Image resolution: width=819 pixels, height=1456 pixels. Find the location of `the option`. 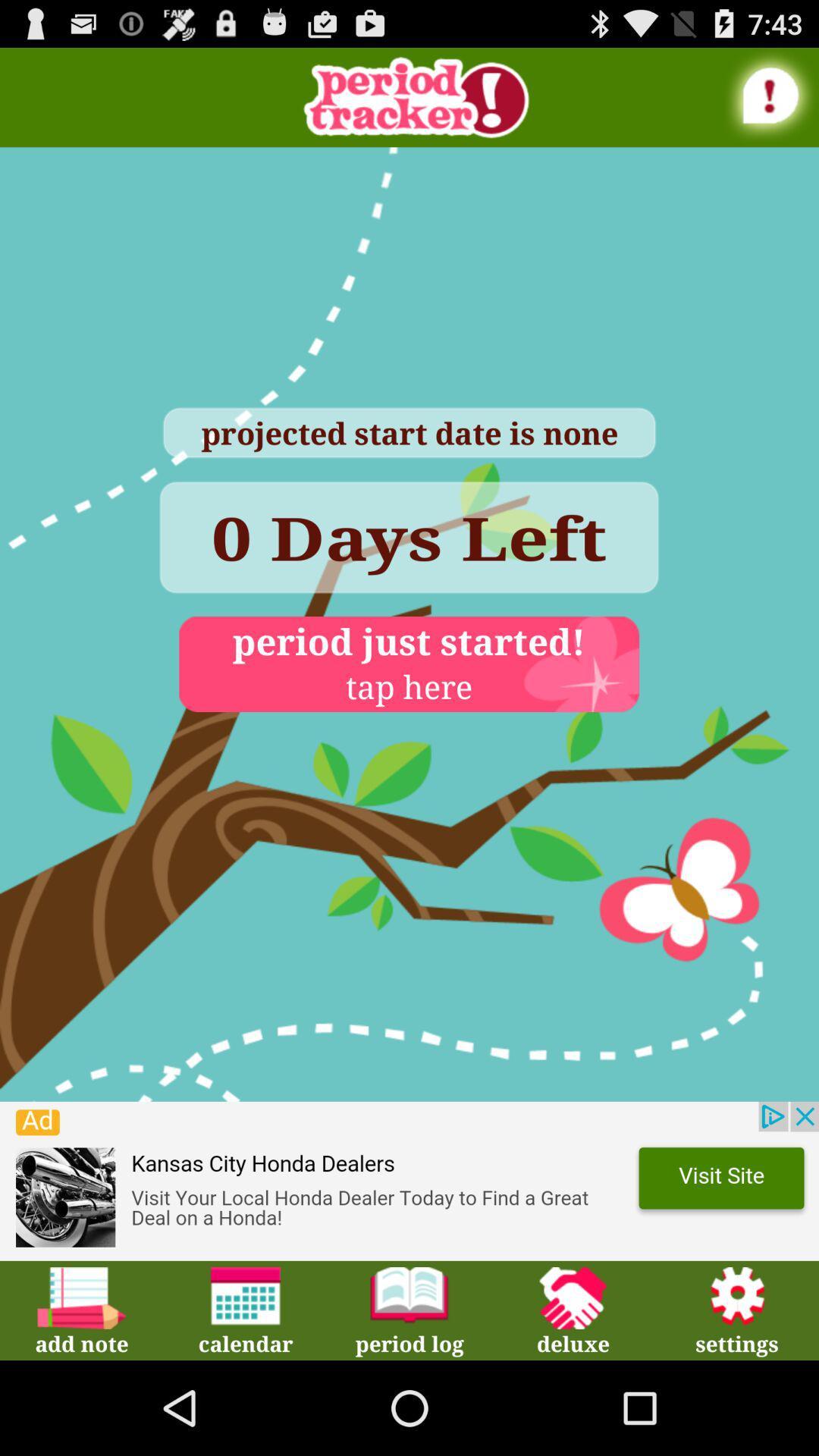

the option is located at coordinates (409, 1180).